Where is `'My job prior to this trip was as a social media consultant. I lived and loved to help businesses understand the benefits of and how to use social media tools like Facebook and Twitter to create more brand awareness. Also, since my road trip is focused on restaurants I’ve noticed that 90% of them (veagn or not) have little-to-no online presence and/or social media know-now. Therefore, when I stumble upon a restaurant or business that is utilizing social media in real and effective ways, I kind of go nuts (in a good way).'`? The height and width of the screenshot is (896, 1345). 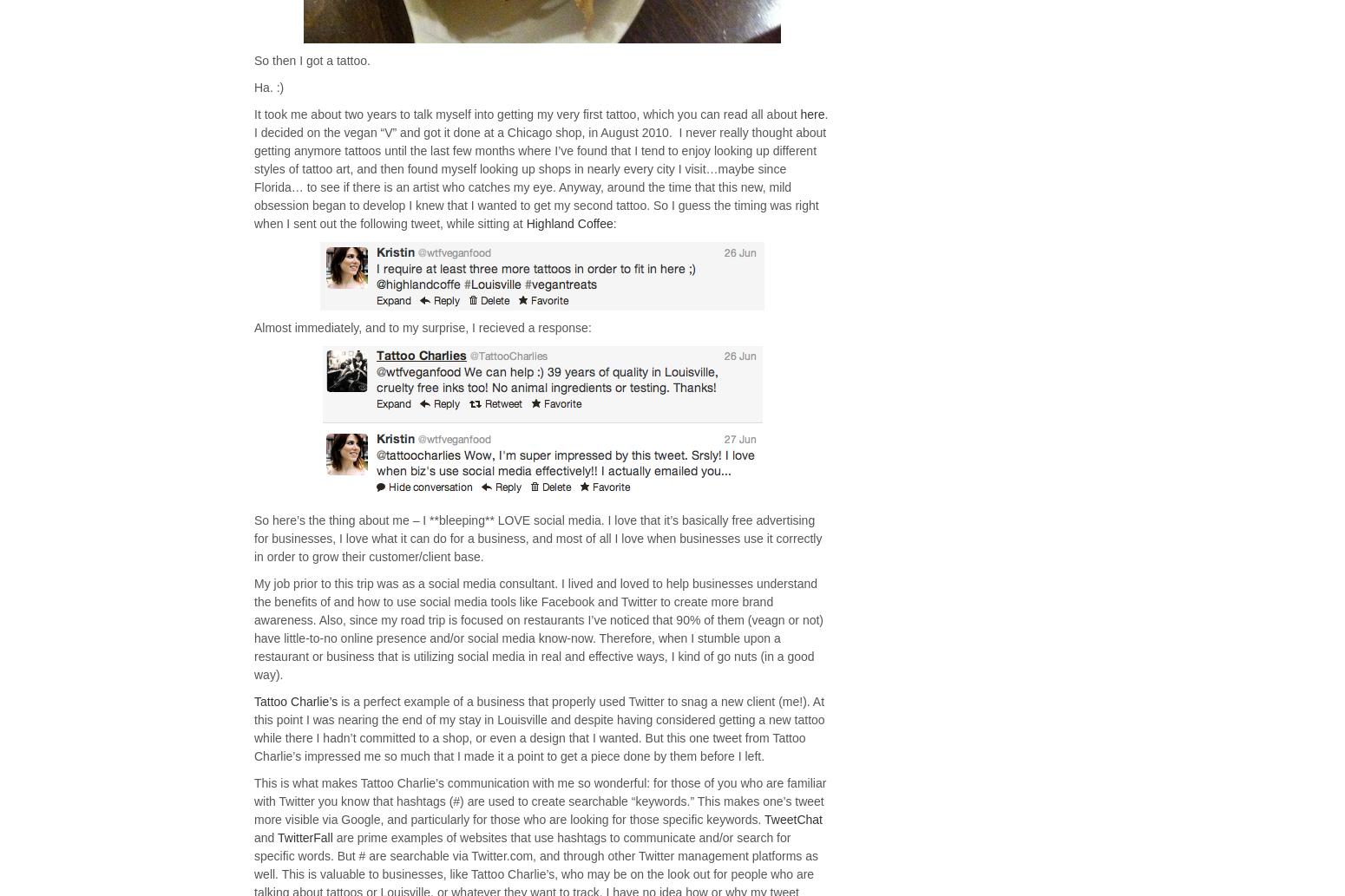 'My job prior to this trip was as a social media consultant. I lived and loved to help businesses understand the benefits of and how to use social media tools like Facebook and Twitter to create more brand awareness. Also, since my road trip is focused on restaurants I’ve noticed that 90% of them (veagn or not) have little-to-no online presence and/or social media know-now. Therefore, when I stumble upon a restaurant or business that is utilizing social media in real and effective ways, I kind of go nuts (in a good way).' is located at coordinates (253, 629).